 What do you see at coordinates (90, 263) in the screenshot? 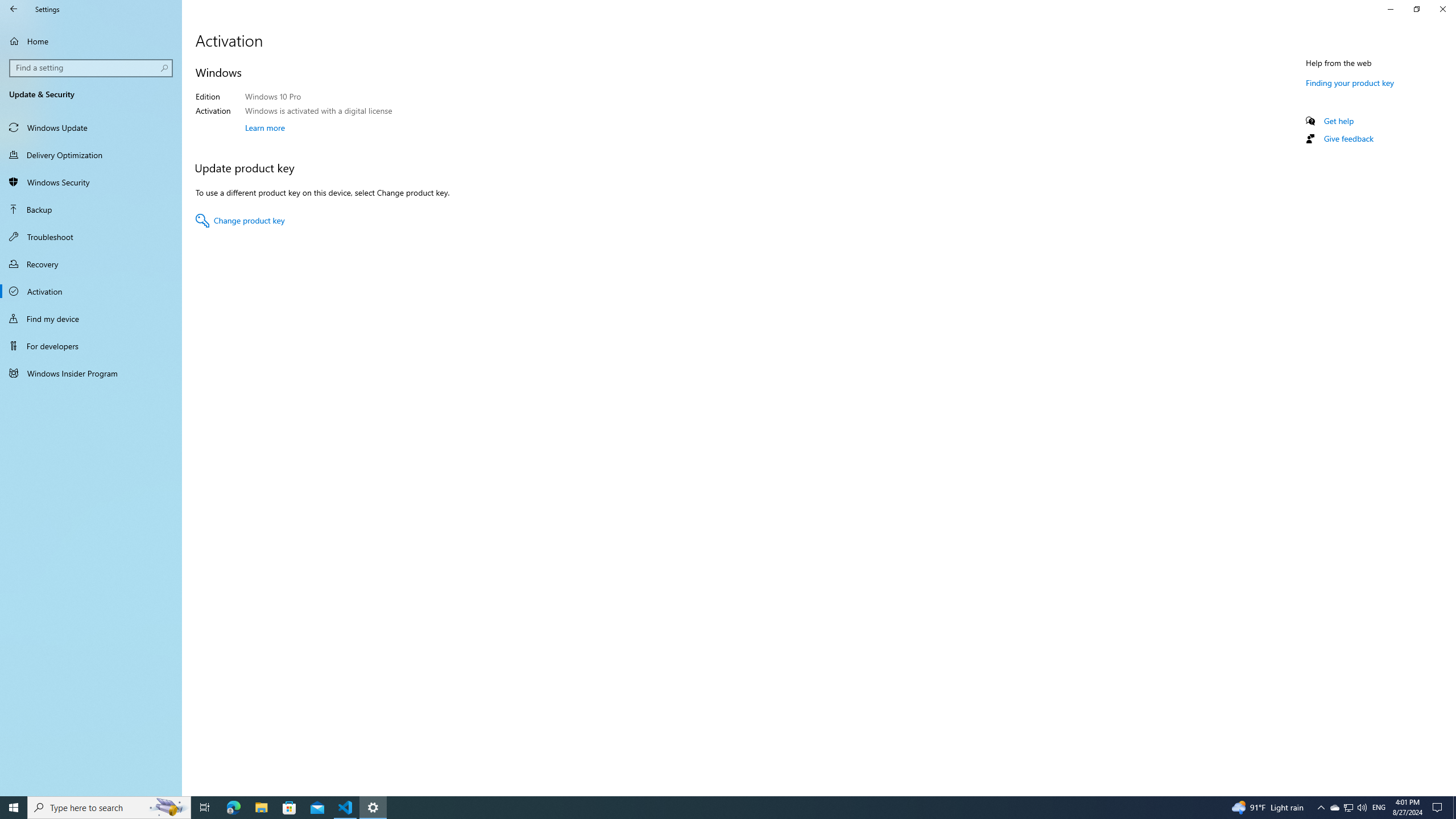
I see `'Recovery'` at bounding box center [90, 263].